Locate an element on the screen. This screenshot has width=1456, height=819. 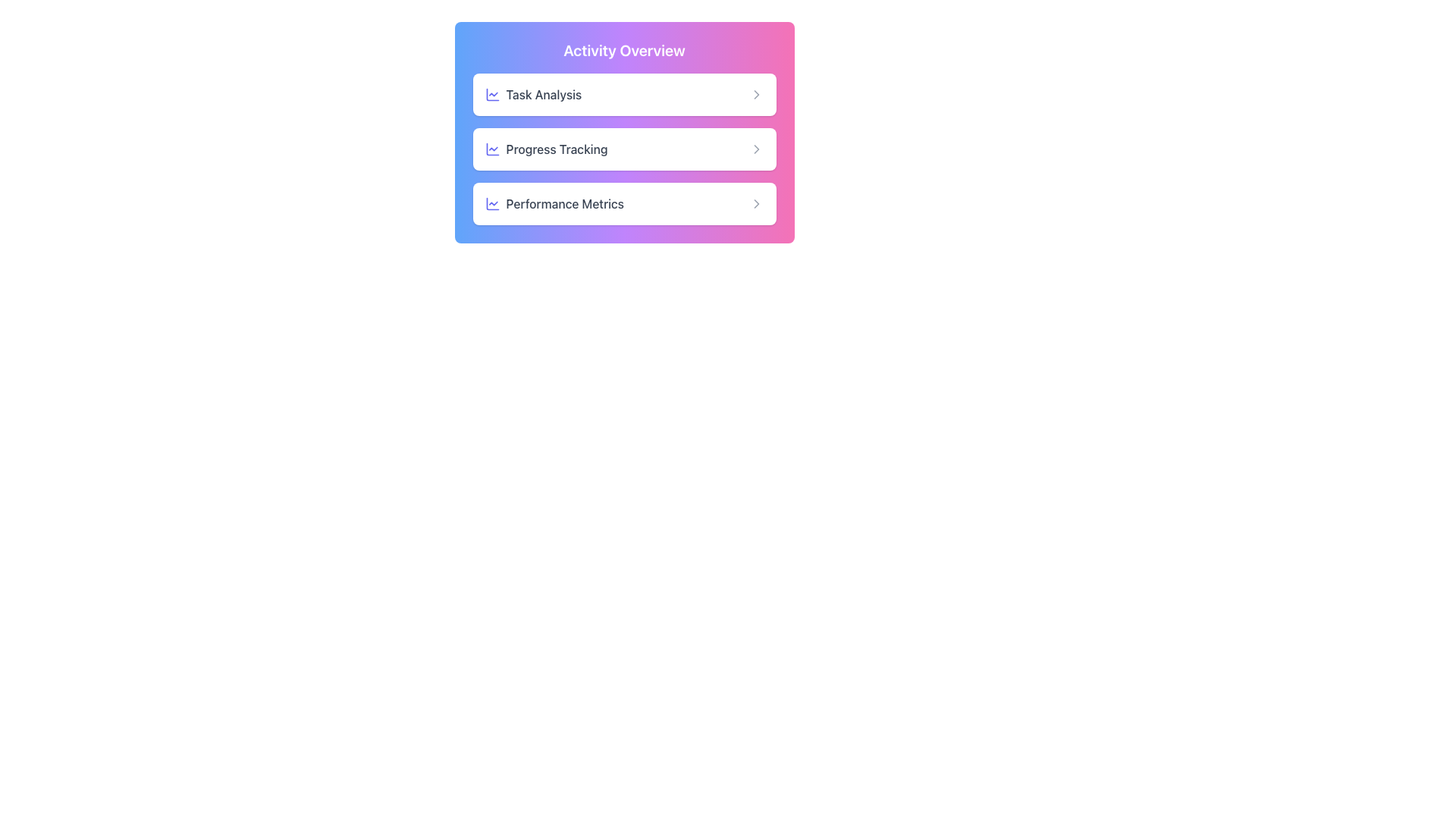
the chart line icon, which is a blue-indigo gradient circular icon located to the left of the 'Performance Metrics' entry in the 'Activity Overview' section is located at coordinates (492, 203).